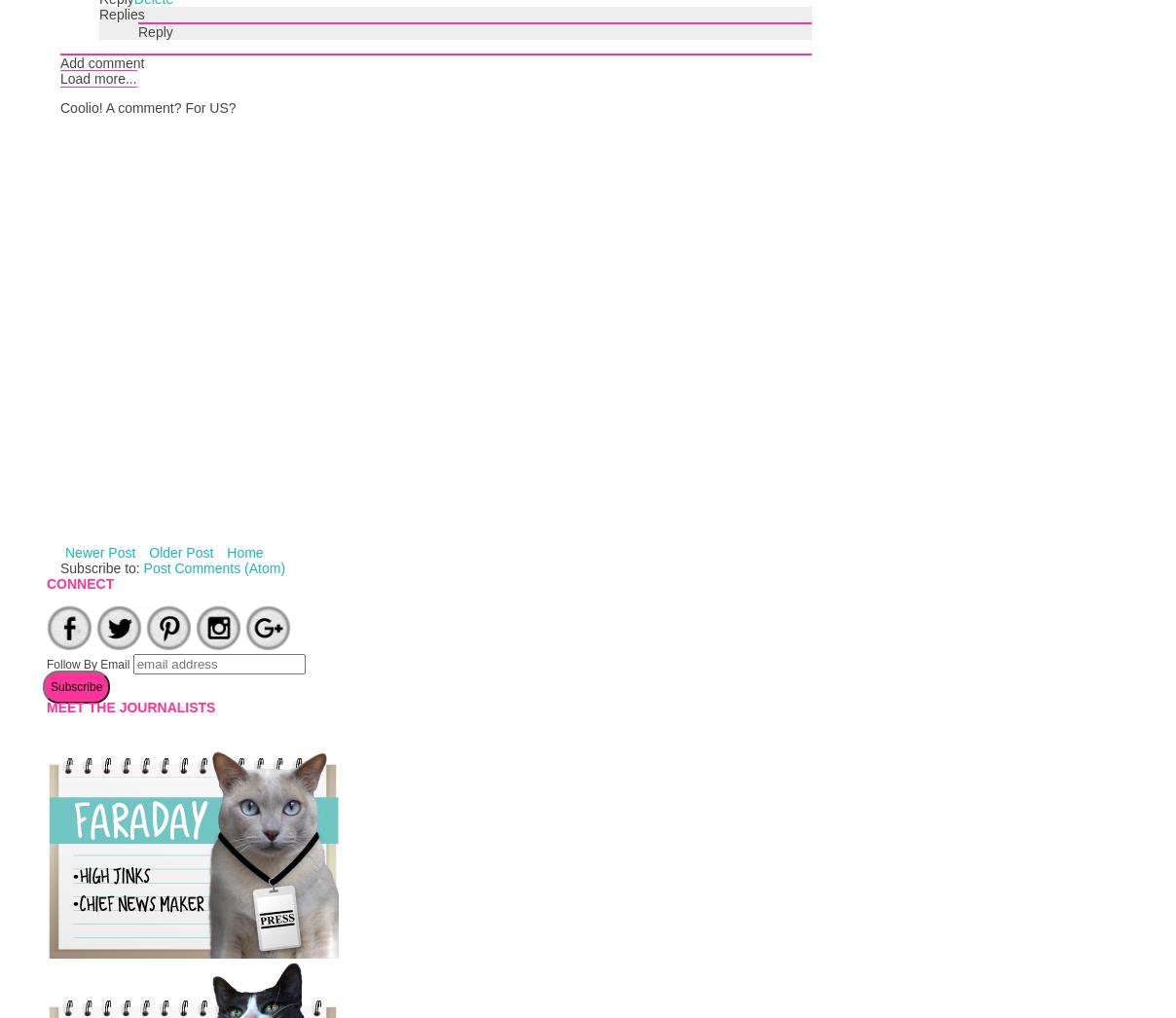  What do you see at coordinates (79, 583) in the screenshot?
I see `'CONNECT'` at bounding box center [79, 583].